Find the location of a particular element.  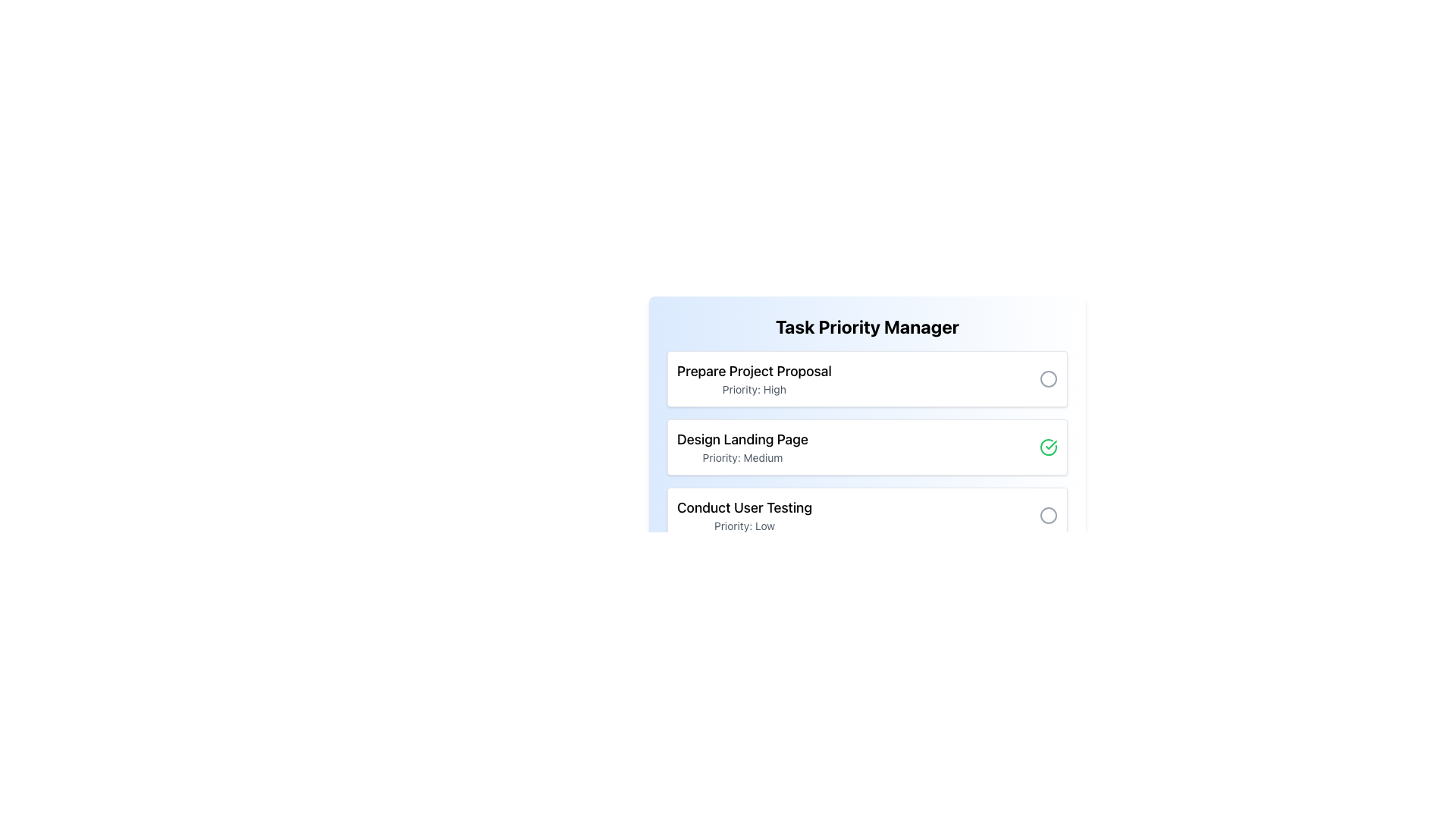

the static text label displaying the priority level of the task 'Design Landing Page', which is located below the task title in the task card for priority management is located at coordinates (742, 457).